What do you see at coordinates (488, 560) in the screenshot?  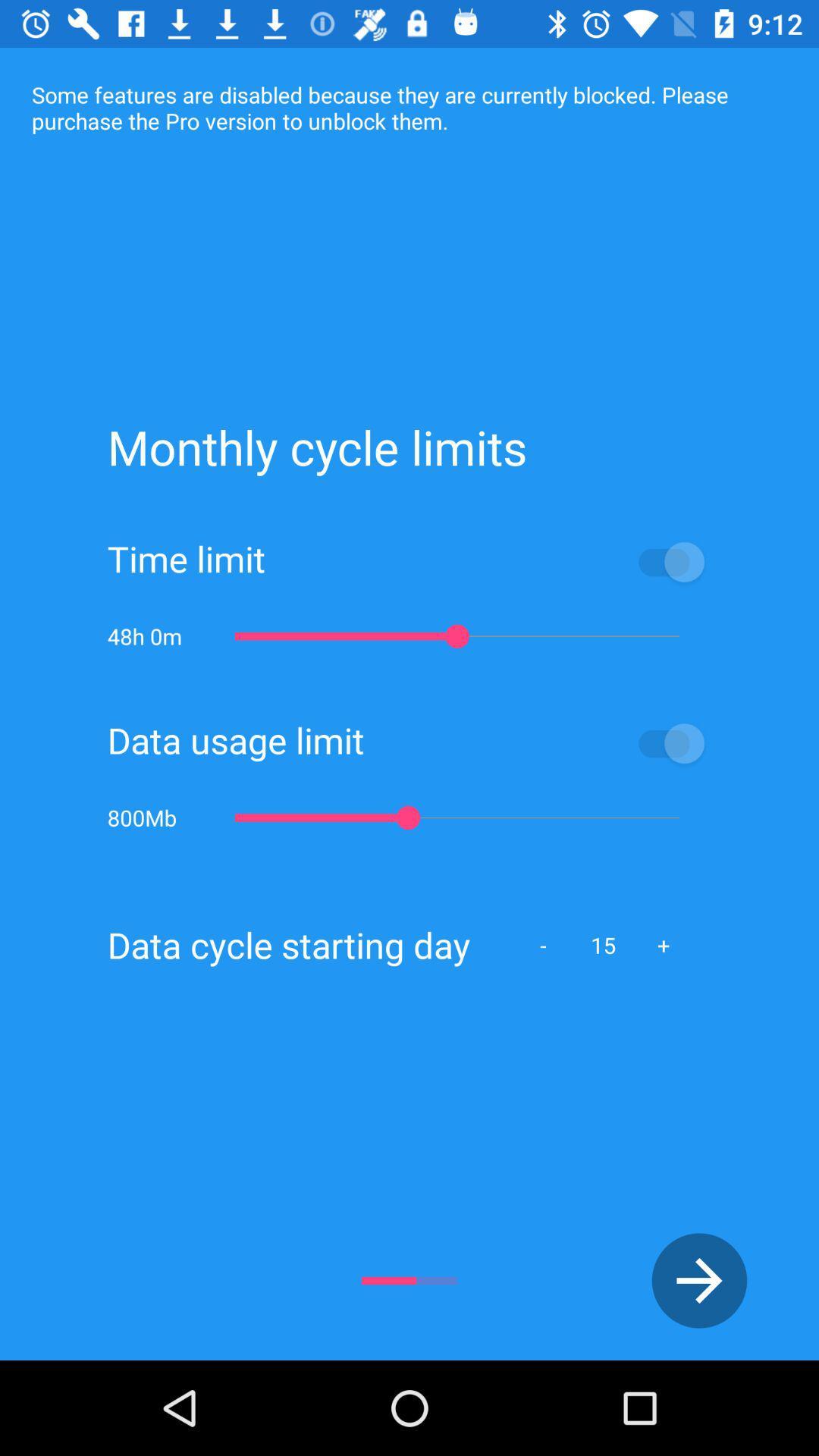 I see `time limit` at bounding box center [488, 560].